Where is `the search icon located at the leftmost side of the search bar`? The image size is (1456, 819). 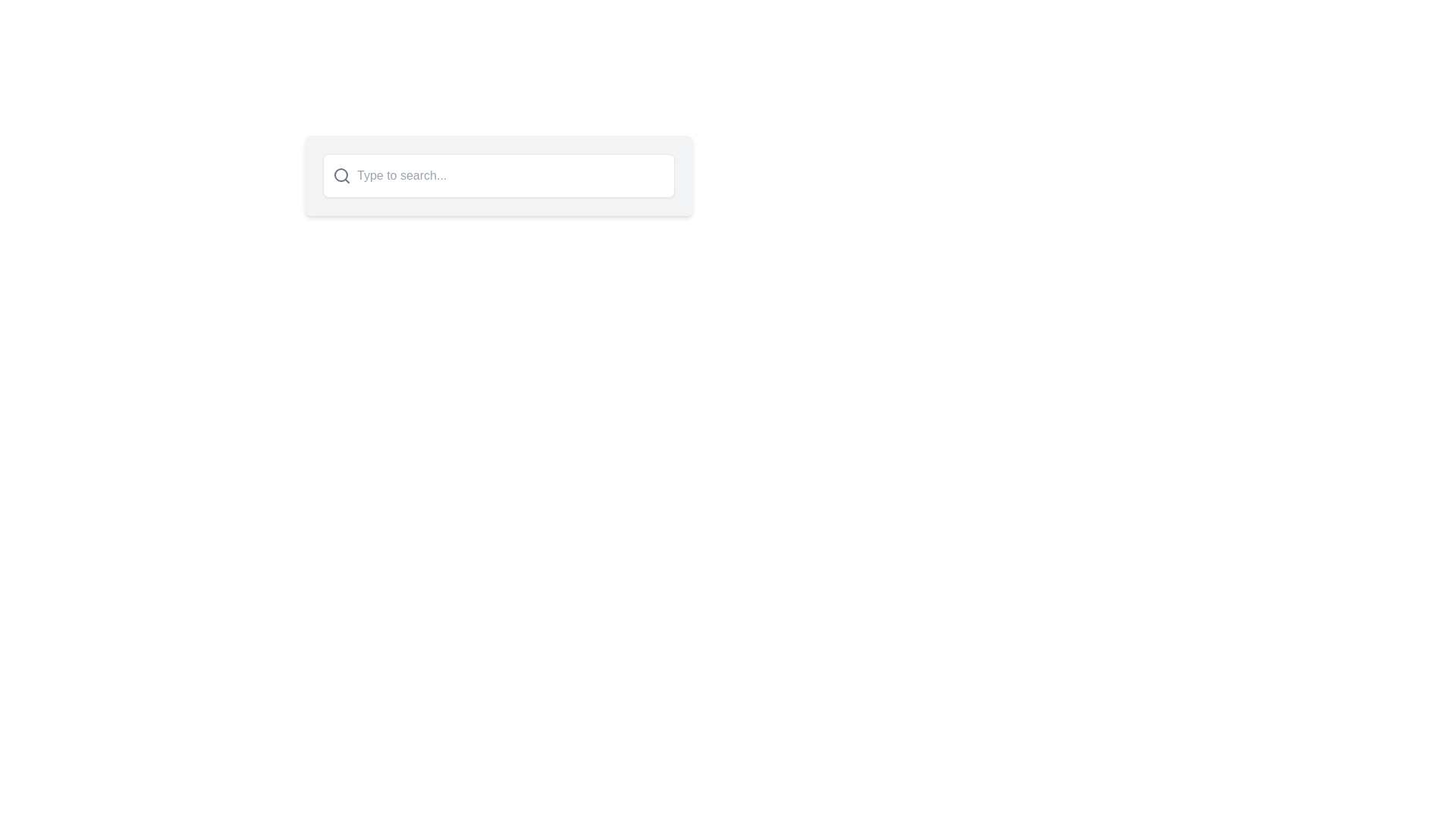 the search icon located at the leftmost side of the search bar is located at coordinates (341, 174).